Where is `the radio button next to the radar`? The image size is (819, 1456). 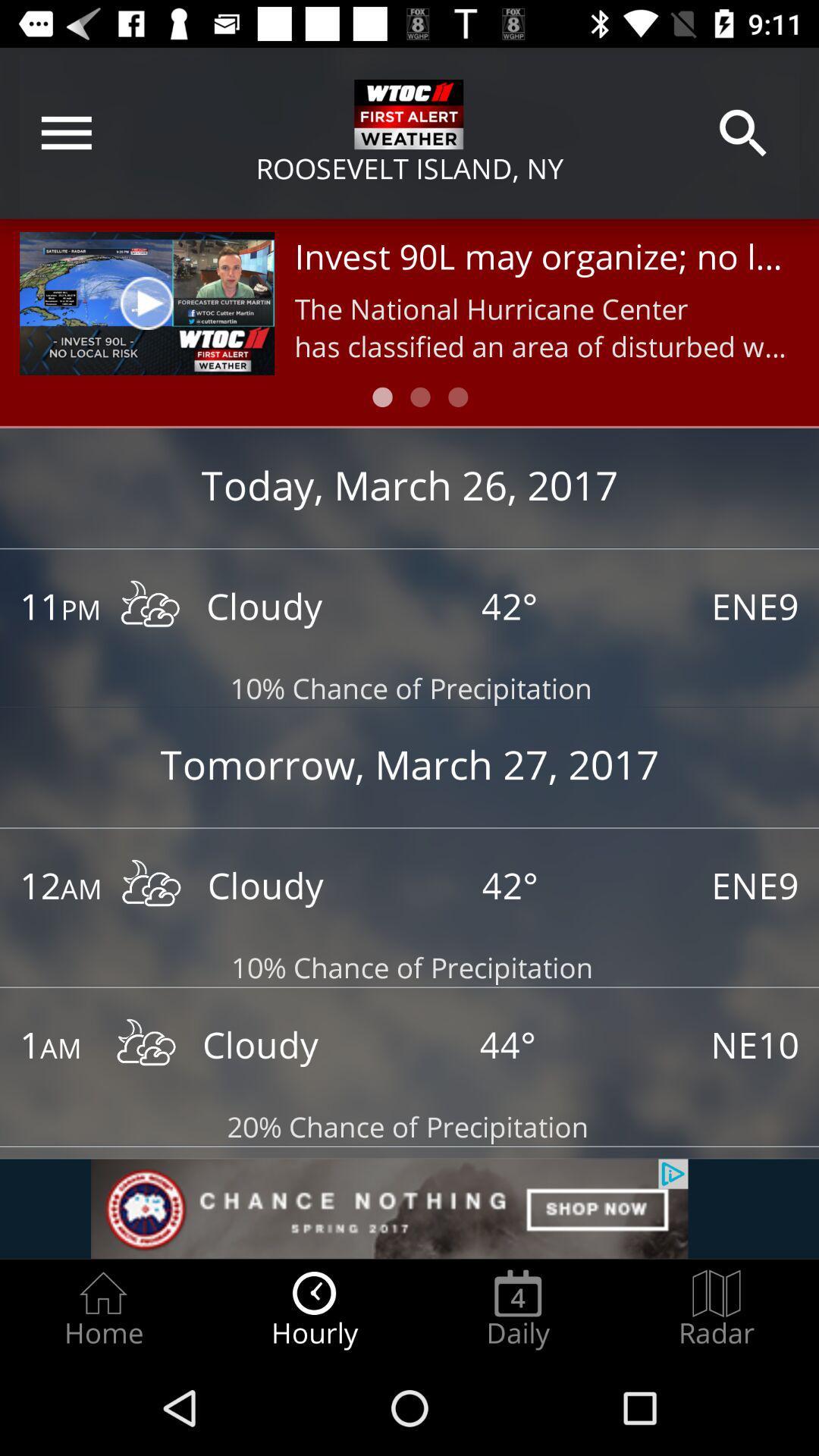
the radio button next to the radar is located at coordinates (517, 1309).